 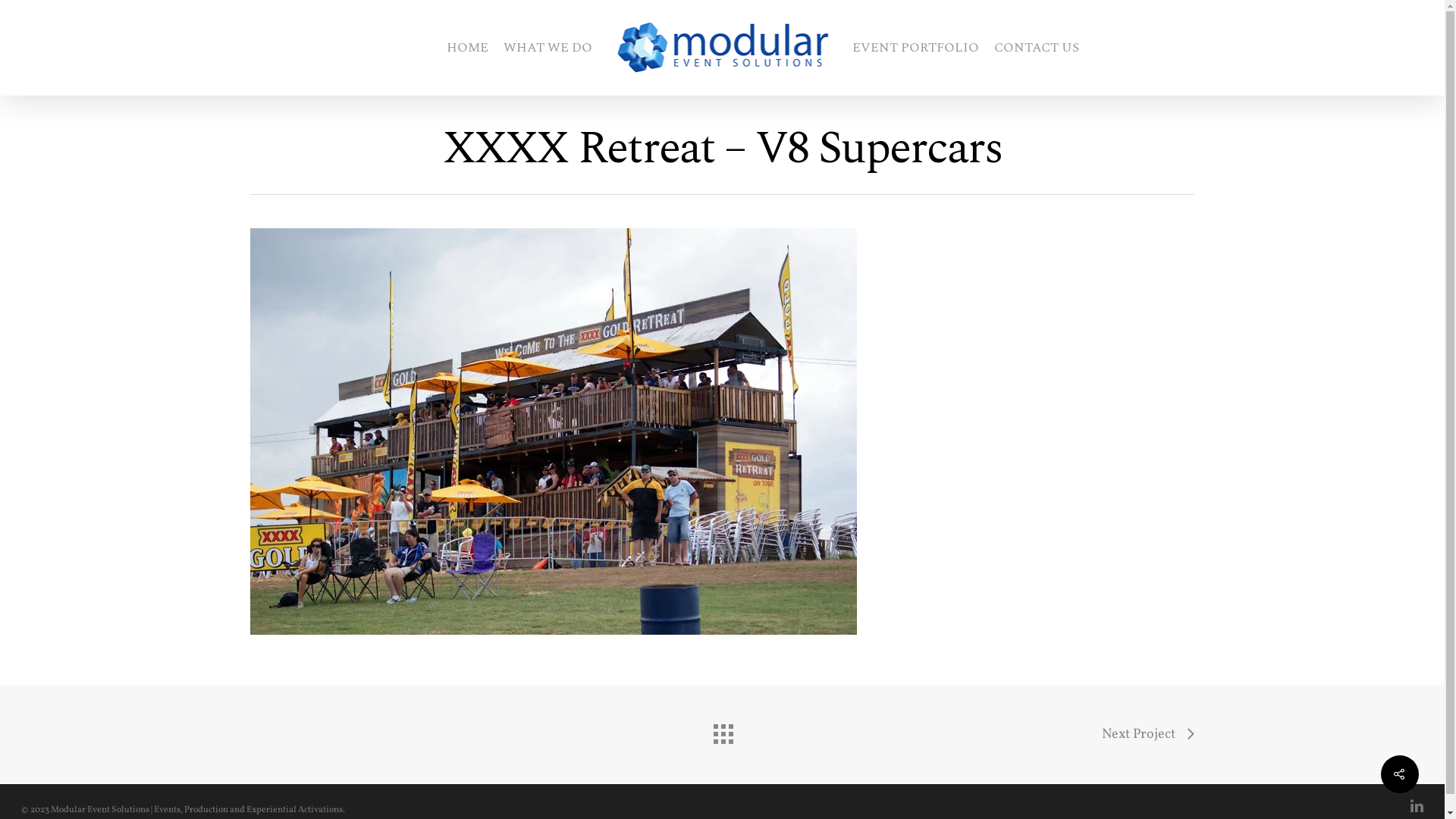 What do you see at coordinates (705, 730) in the screenshot?
I see `'Back to all projects'` at bounding box center [705, 730].